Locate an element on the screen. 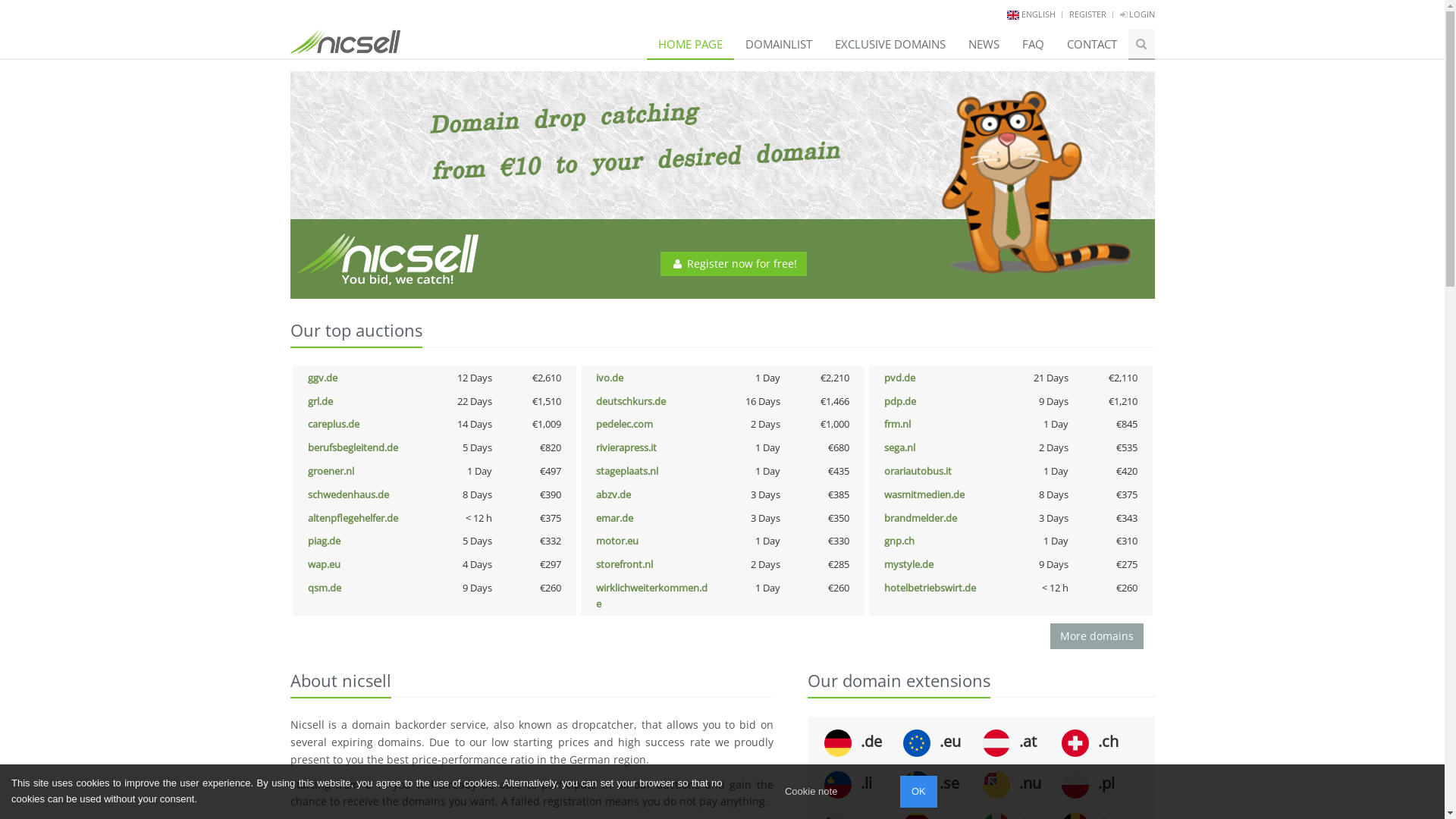  'Cookie note' is located at coordinates (810, 791).